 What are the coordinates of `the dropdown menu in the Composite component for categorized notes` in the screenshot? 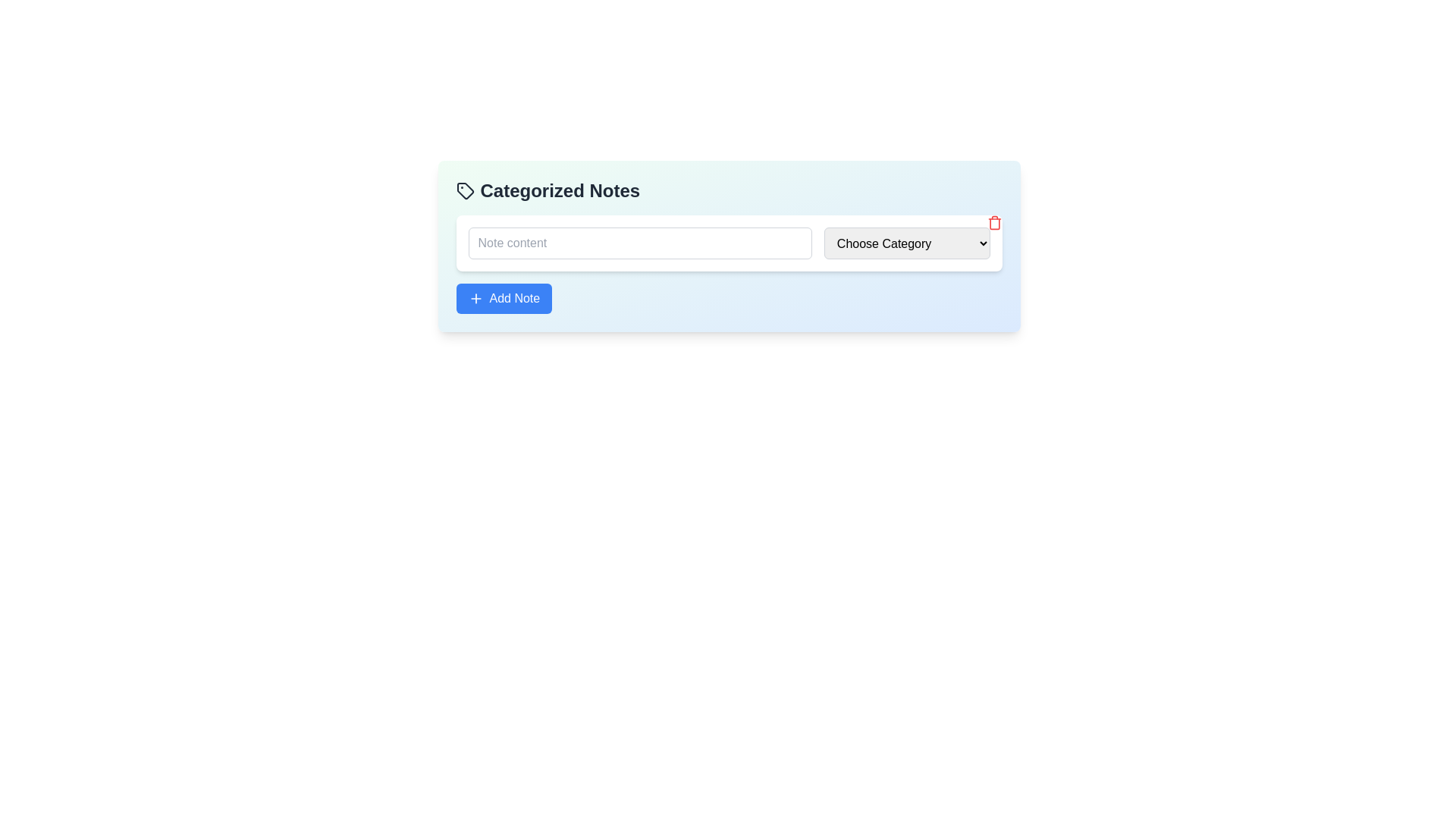 It's located at (729, 263).